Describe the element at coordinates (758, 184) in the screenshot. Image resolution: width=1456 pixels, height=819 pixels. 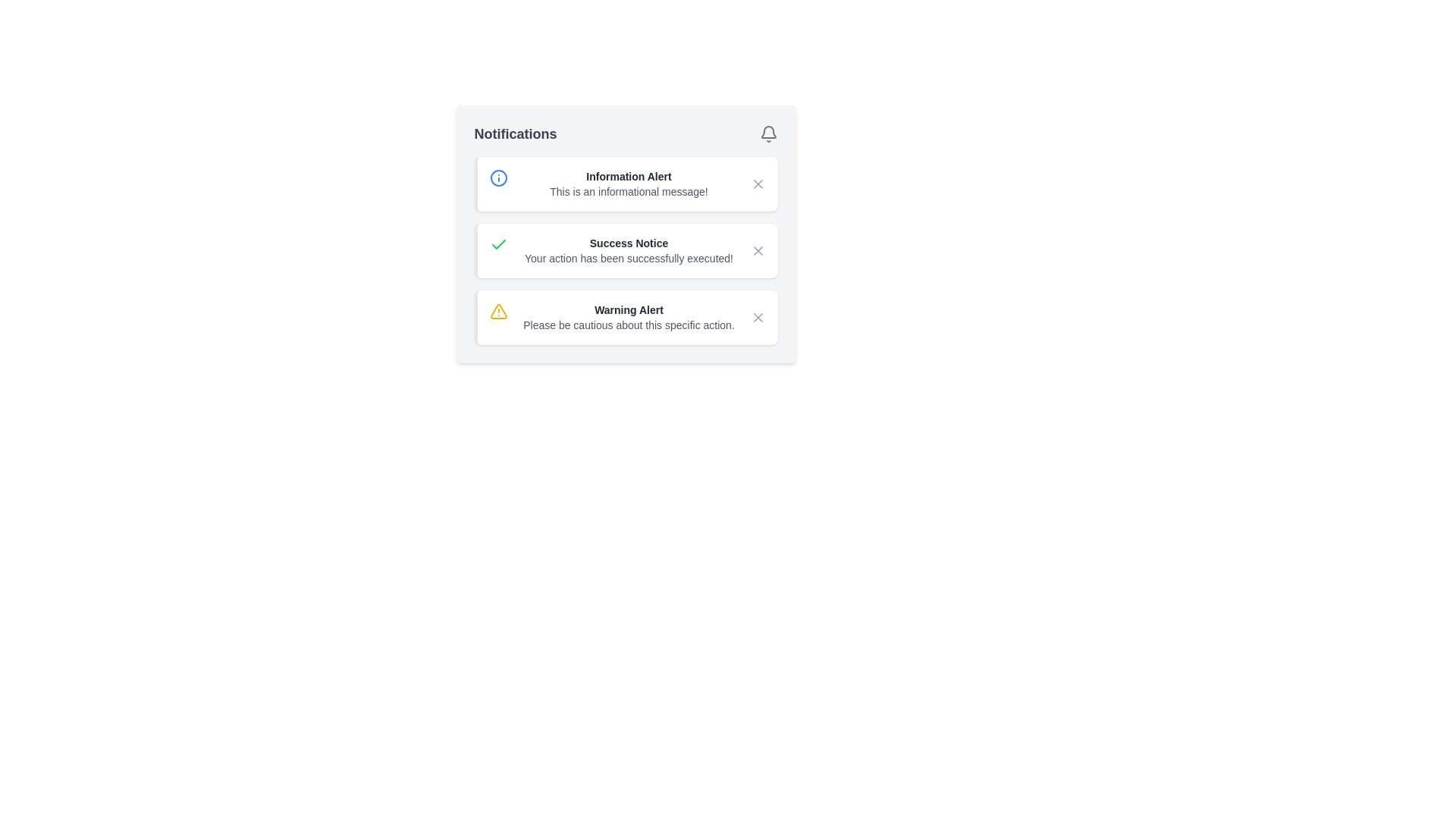
I see `the close button, which is a small gray 'x' icon located at the edge of the notification card` at that location.